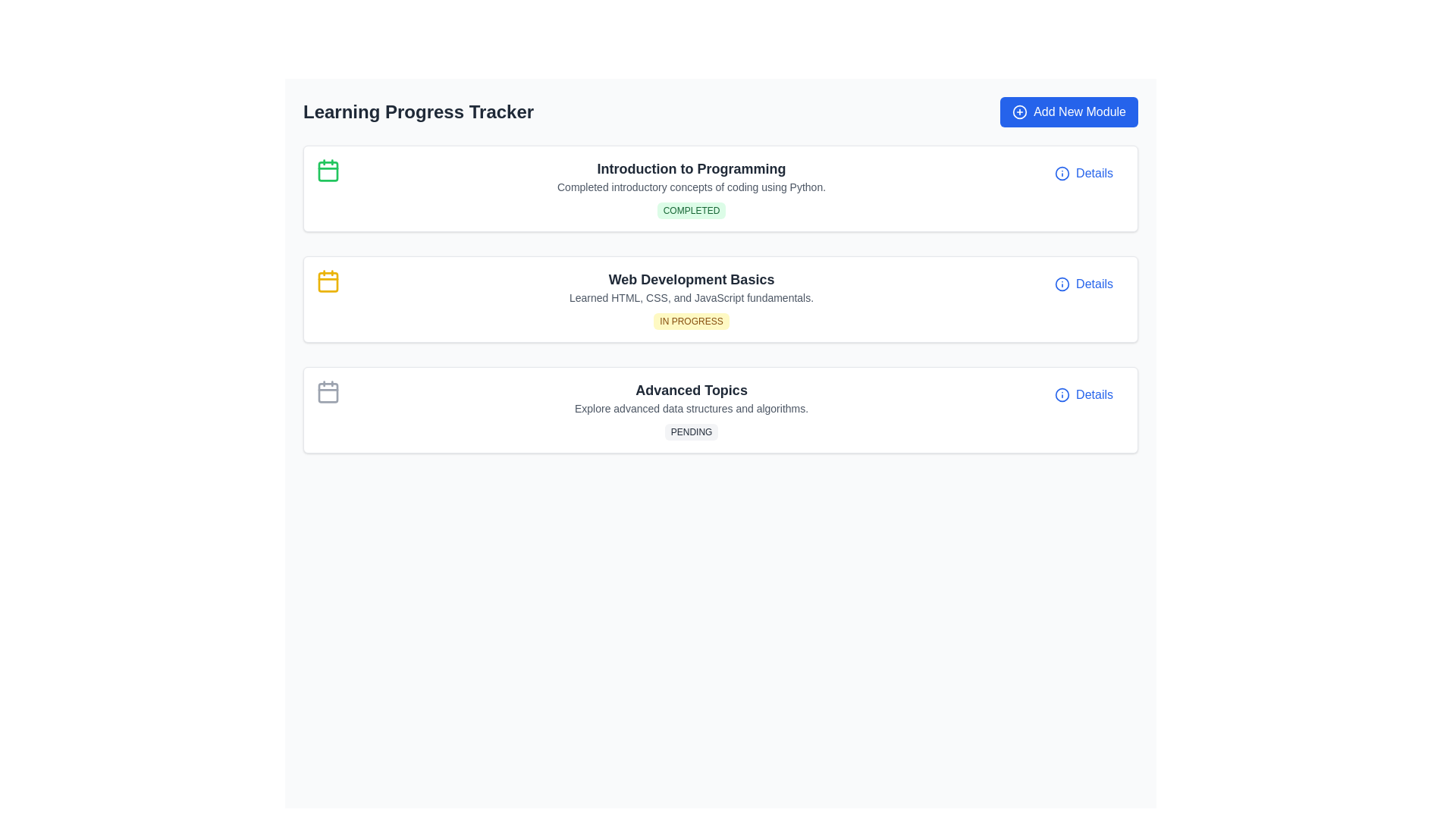 The height and width of the screenshot is (819, 1456). I want to click on the icon next to the 'Details' label in the 'Advanced Topics' card, so click(1062, 394).